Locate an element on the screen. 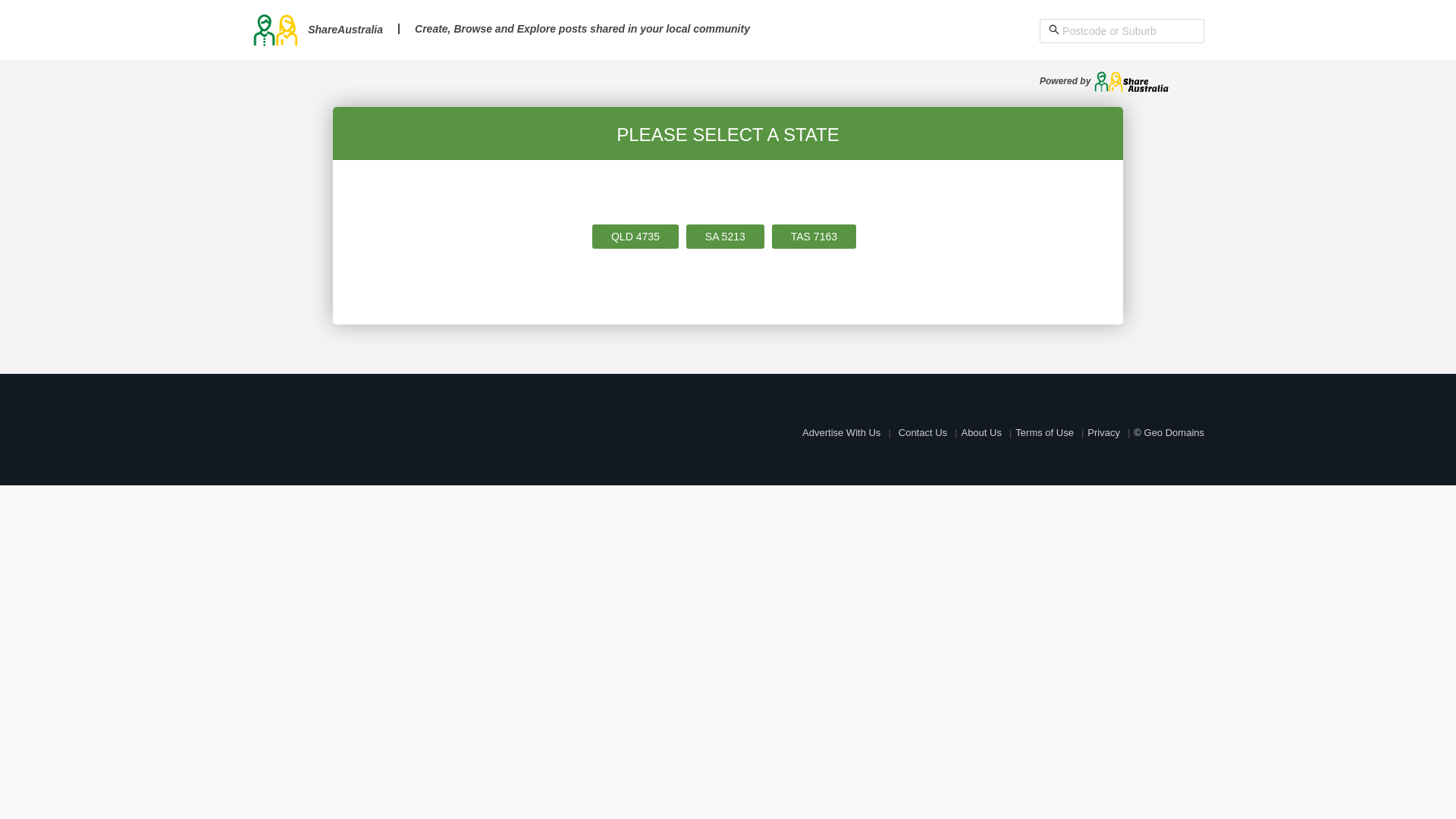 This screenshot has width=1456, height=819. 'About Us' is located at coordinates (981, 432).